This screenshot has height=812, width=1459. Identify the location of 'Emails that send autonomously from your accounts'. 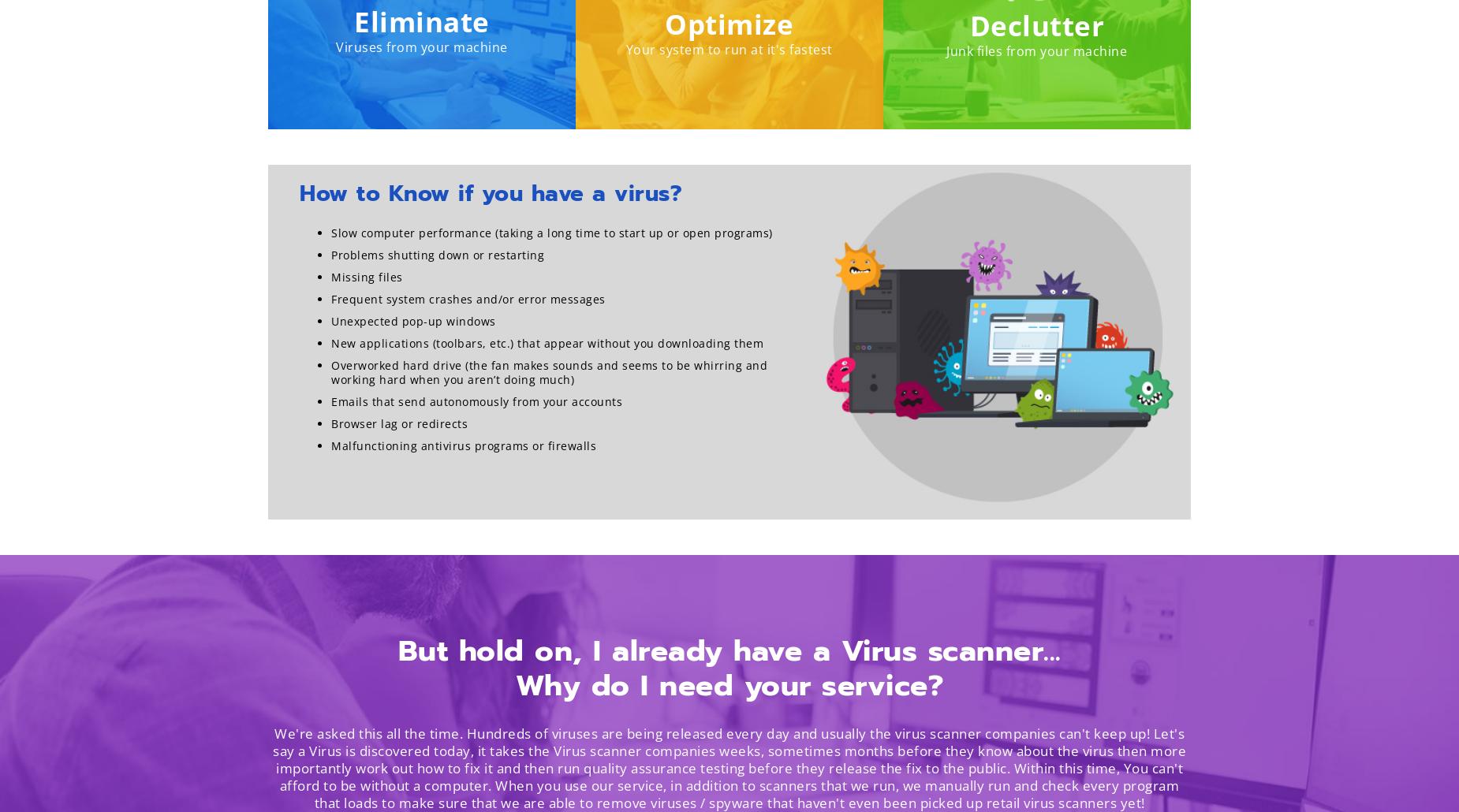
(476, 400).